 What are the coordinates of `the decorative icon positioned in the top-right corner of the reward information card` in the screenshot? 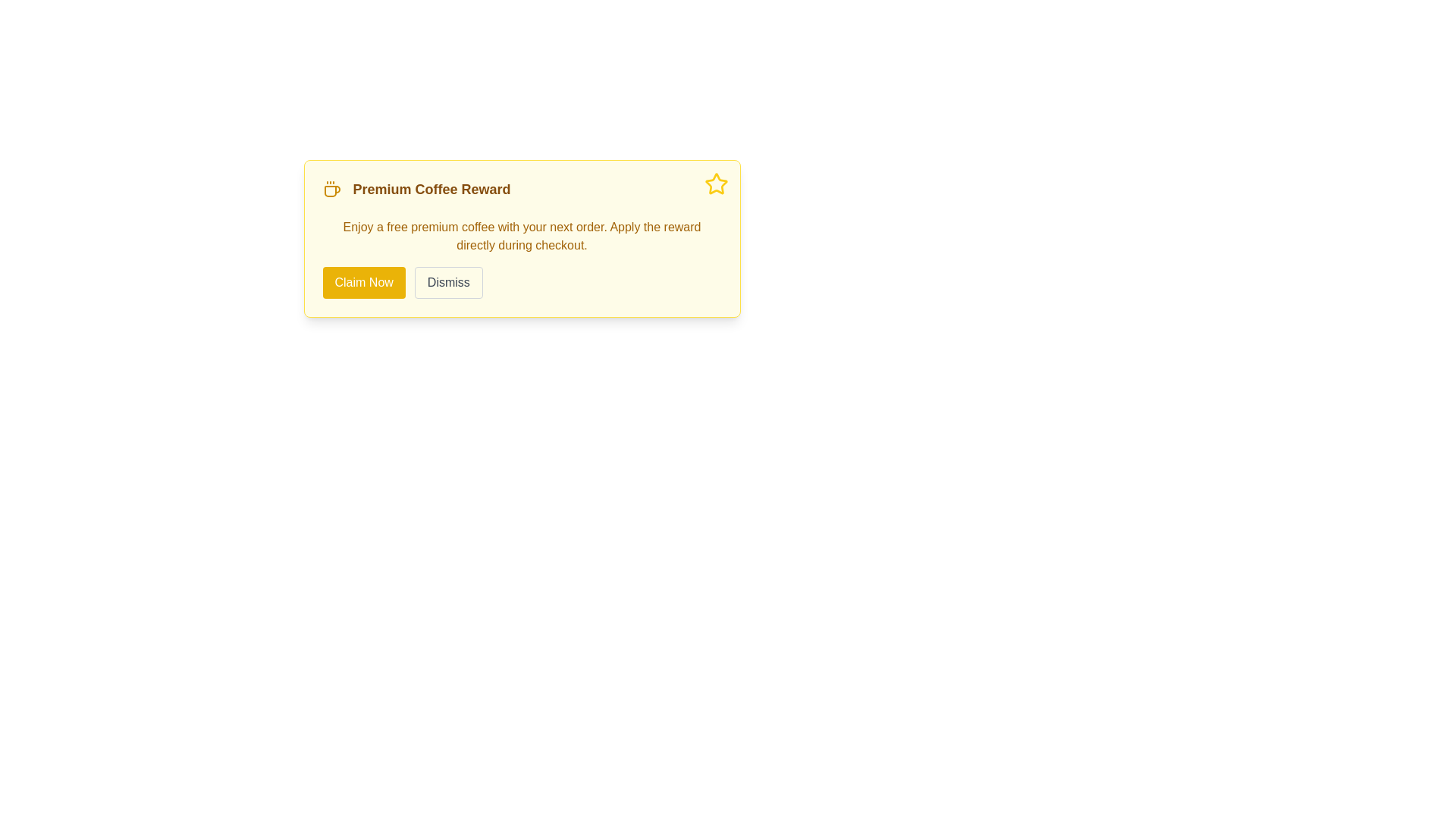 It's located at (715, 183).